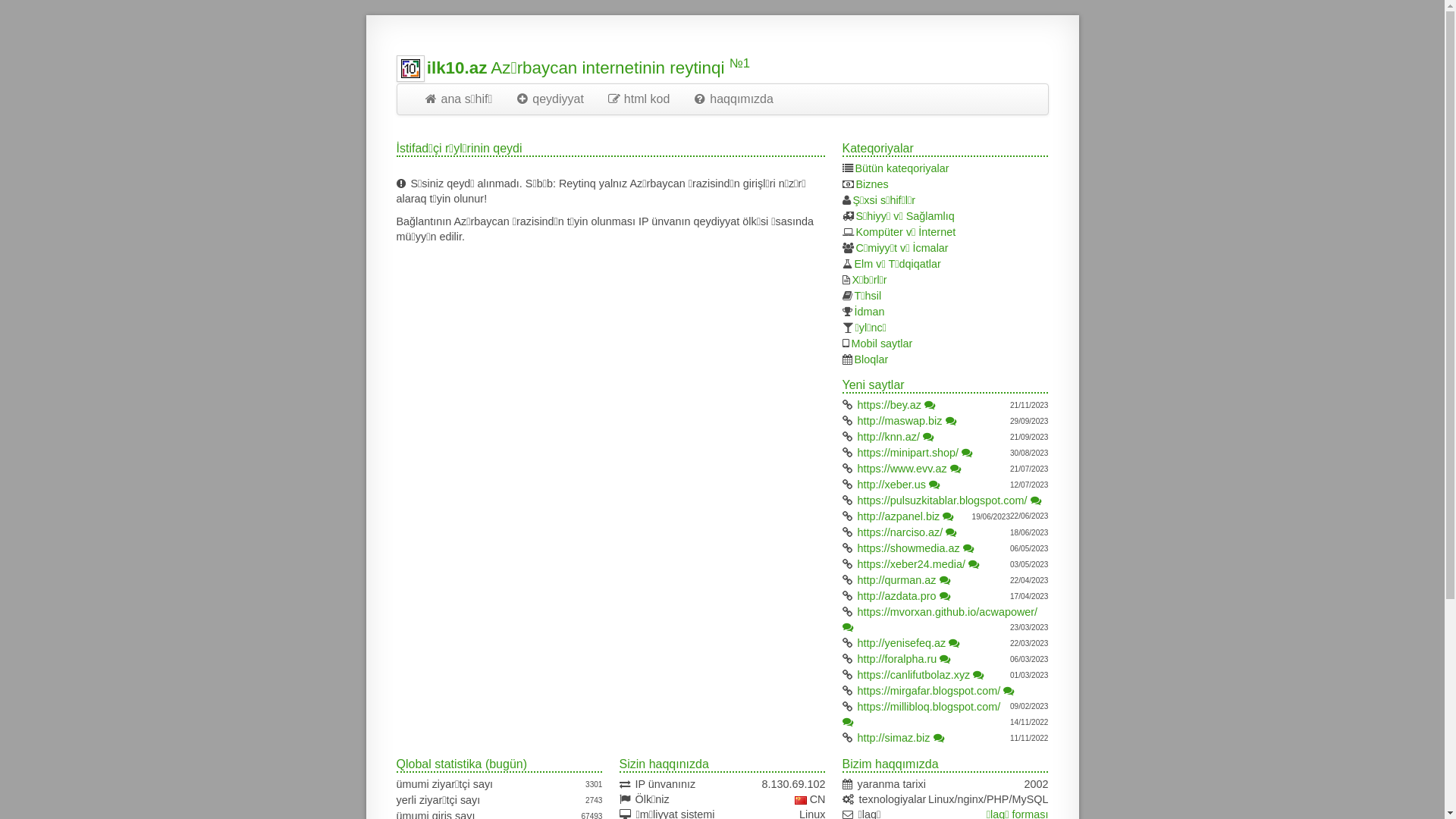 The height and width of the screenshot is (819, 1456). Describe the element at coordinates (638, 99) in the screenshot. I see `'html kod'` at that location.